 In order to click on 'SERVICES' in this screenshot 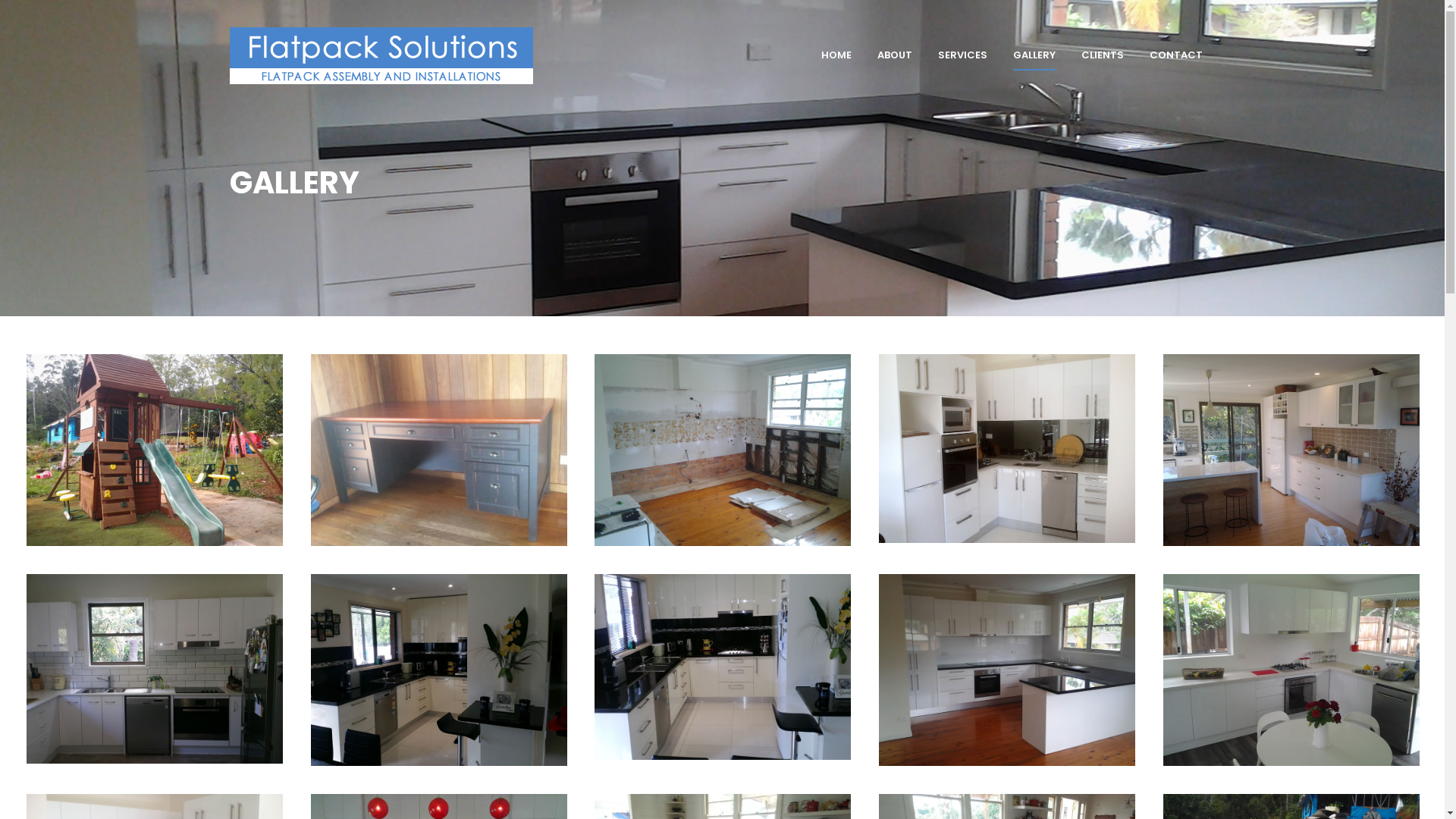, I will do `click(962, 55)`.